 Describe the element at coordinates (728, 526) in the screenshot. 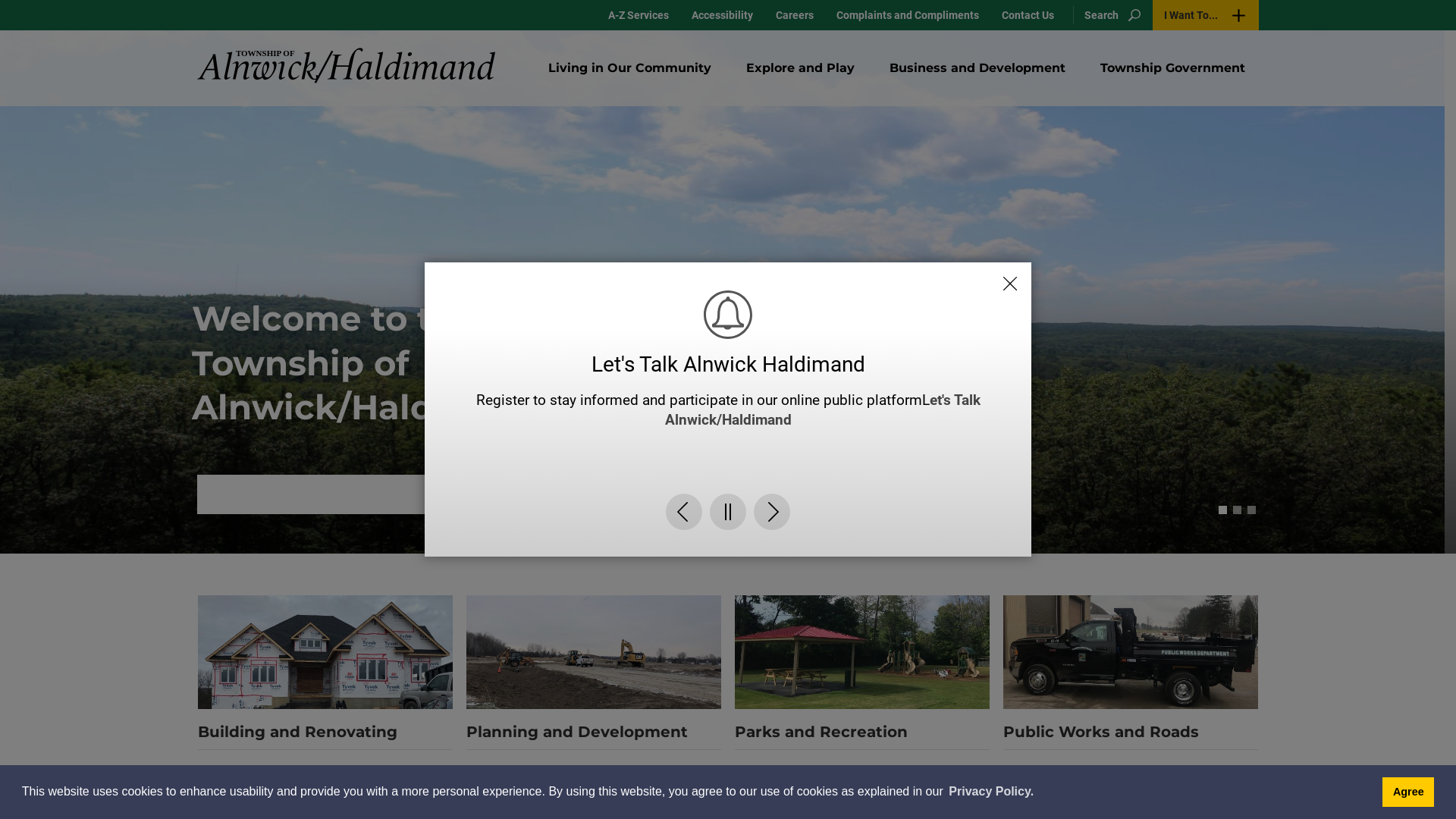

I see `'Pause'` at that location.